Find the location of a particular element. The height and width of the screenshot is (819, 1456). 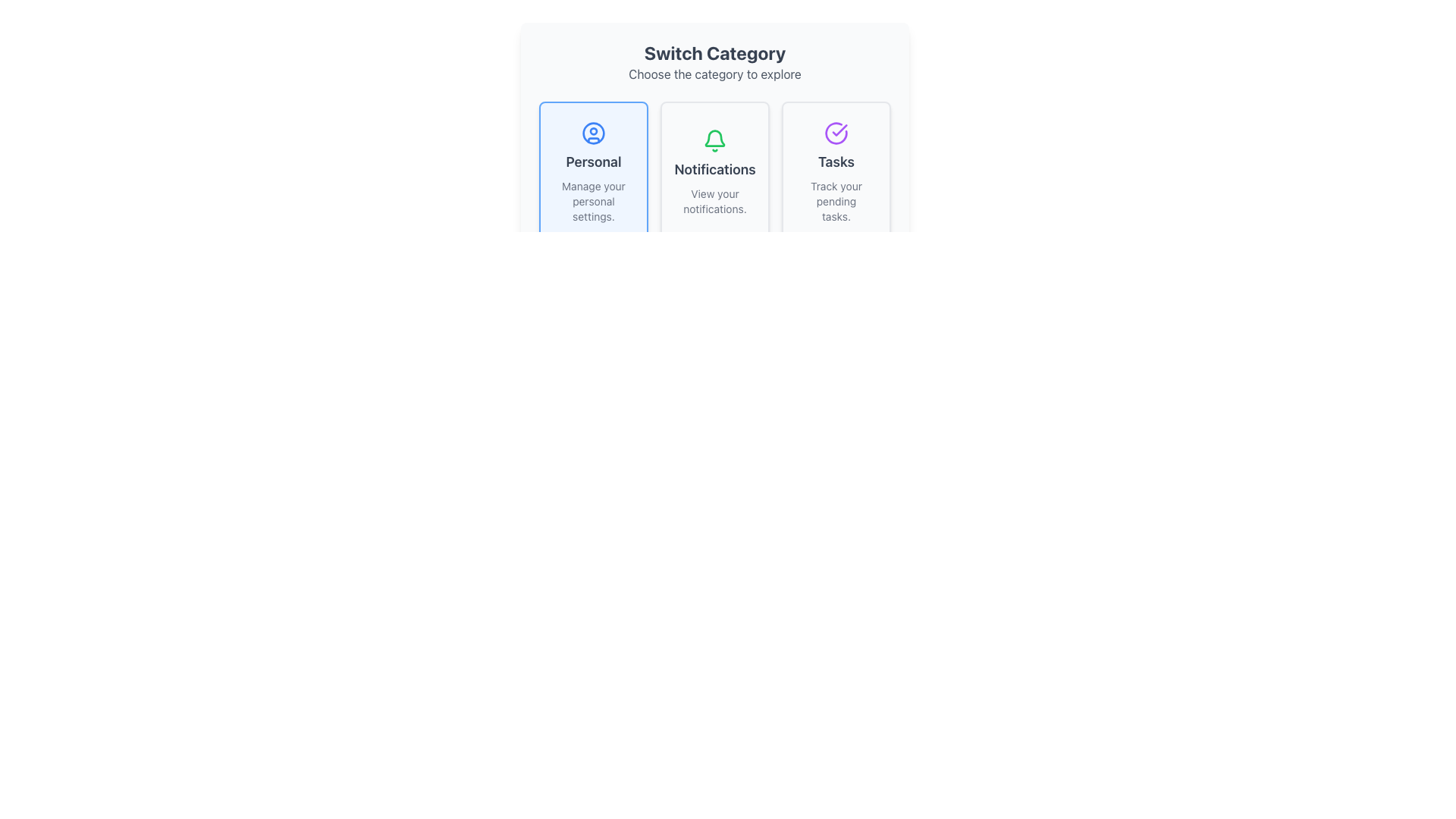

the 'Tasks' category descriptor text label located beneath the purple circular checkmark icon and heading 'Tasks' in the card layout is located at coordinates (836, 201).